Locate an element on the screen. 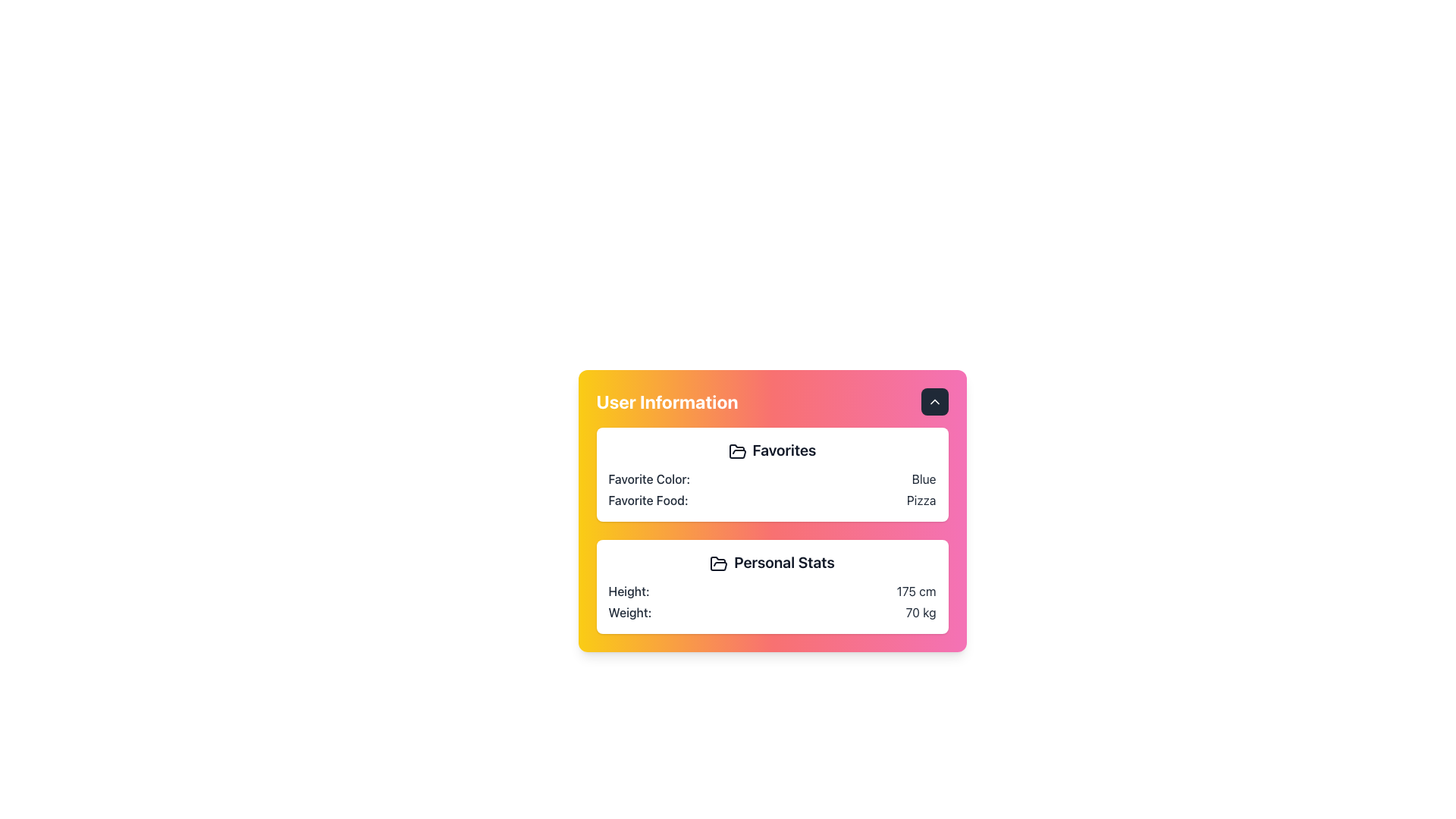 The height and width of the screenshot is (819, 1456). the square button with a dark gray background and rounded corners, featuring a white upward-pointing chevron icon, located at the top-right corner of the 'User Information' card is located at coordinates (934, 400).